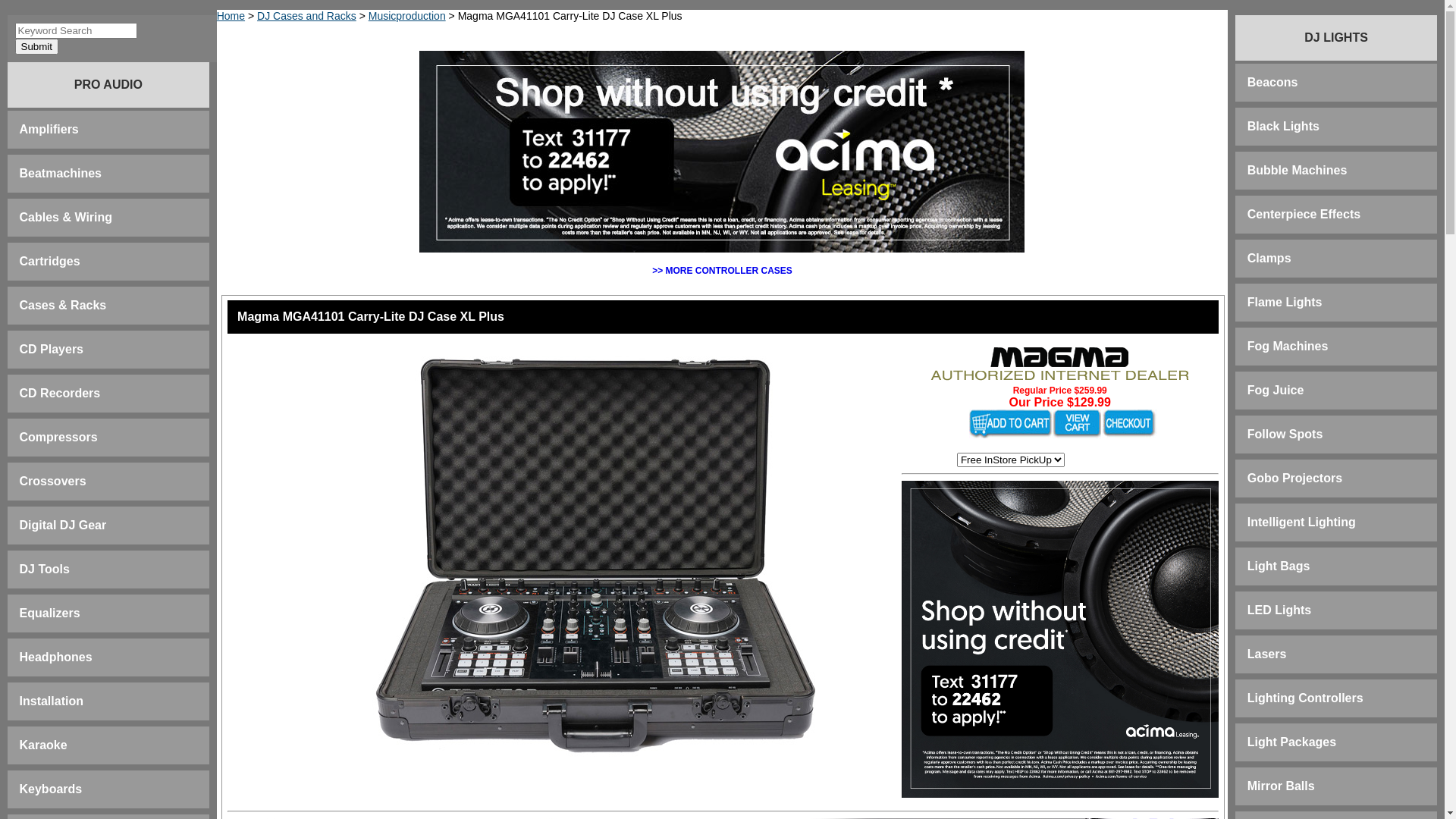 The image size is (1456, 819). I want to click on 'Home', so click(230, 15).